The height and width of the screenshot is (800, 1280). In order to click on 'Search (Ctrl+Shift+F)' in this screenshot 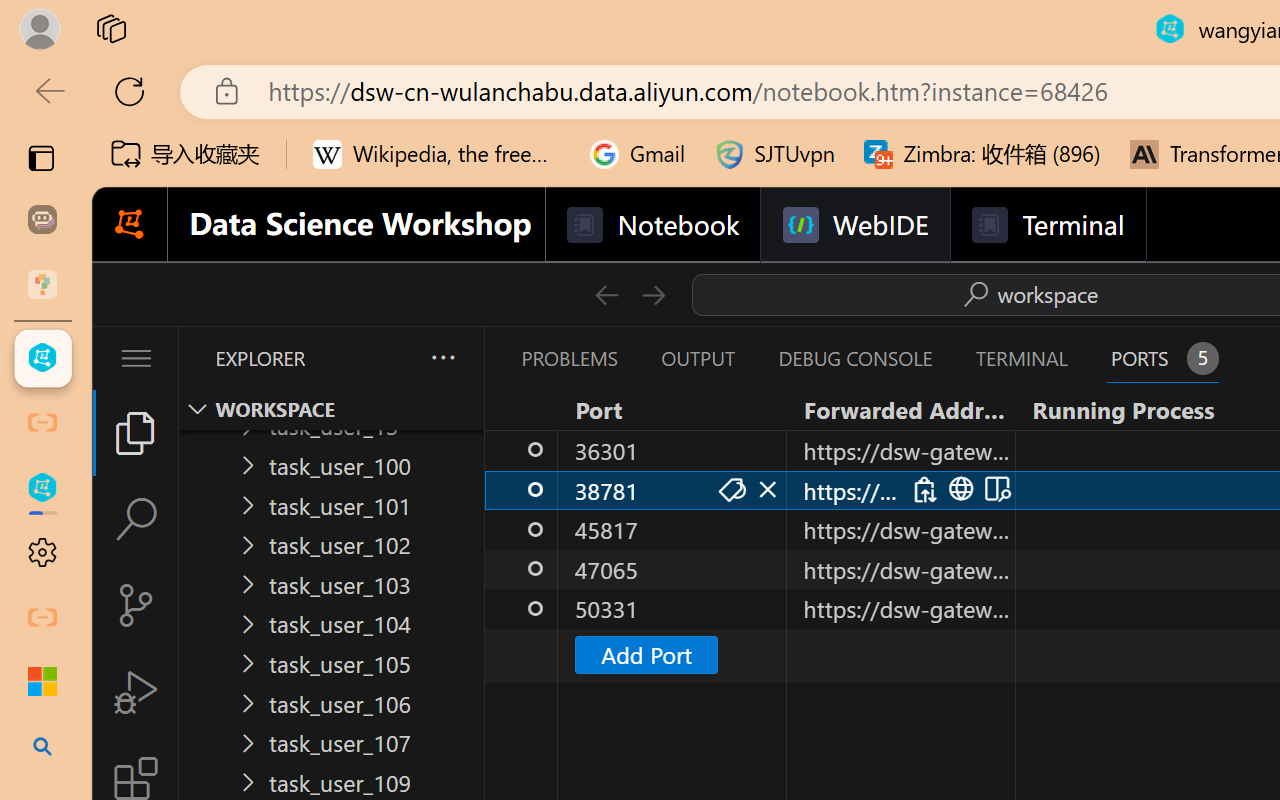, I will do `click(134, 518)`.